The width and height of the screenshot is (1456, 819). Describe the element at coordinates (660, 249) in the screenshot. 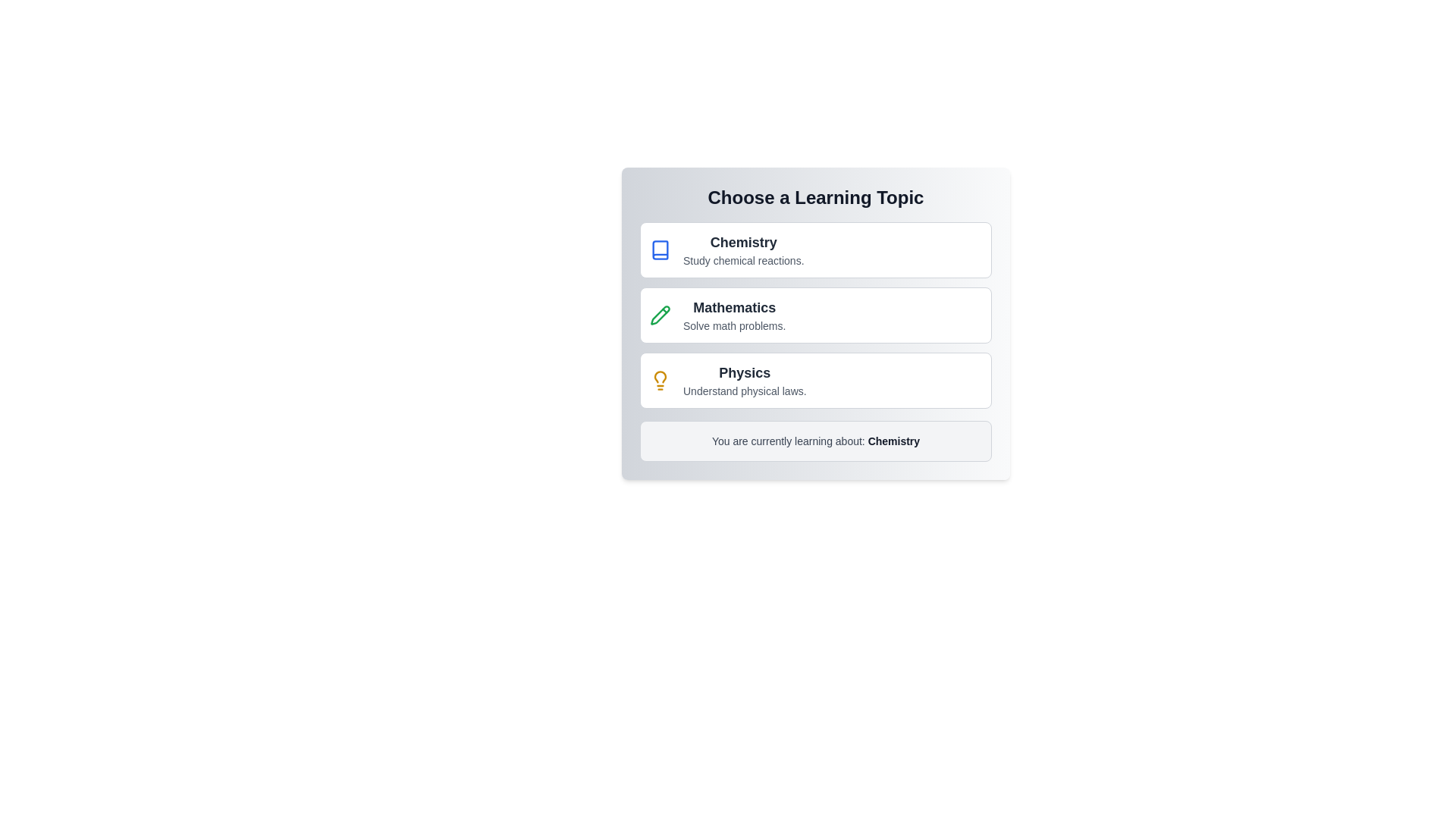

I see `the 'Chemistry' topic icon located on the left side of the option in the topic selection list` at that location.